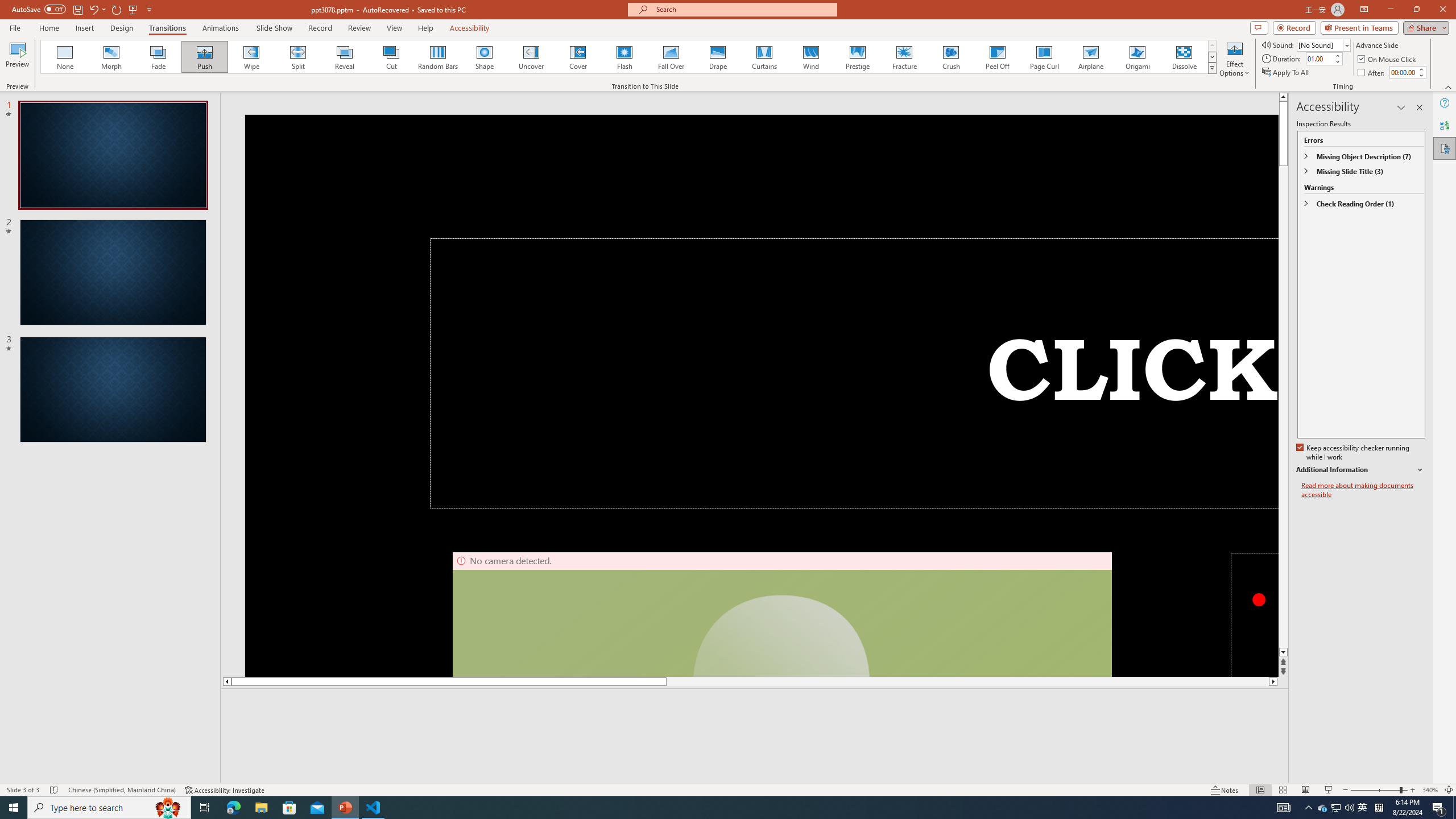 This screenshot has height=819, width=1456. What do you see at coordinates (345, 56) in the screenshot?
I see `'Reveal'` at bounding box center [345, 56].